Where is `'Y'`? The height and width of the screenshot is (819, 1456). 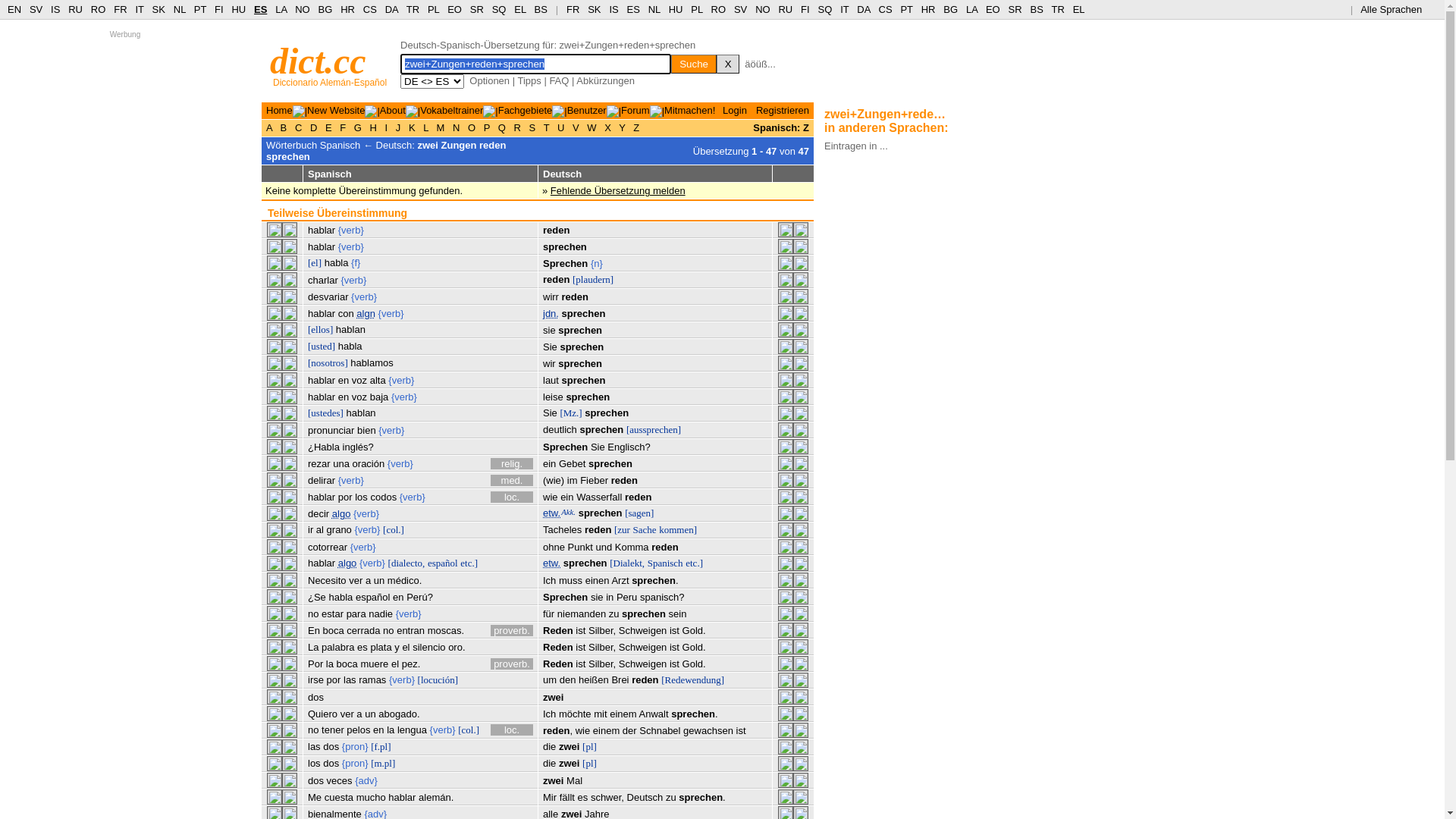
'Y' is located at coordinates (616, 127).